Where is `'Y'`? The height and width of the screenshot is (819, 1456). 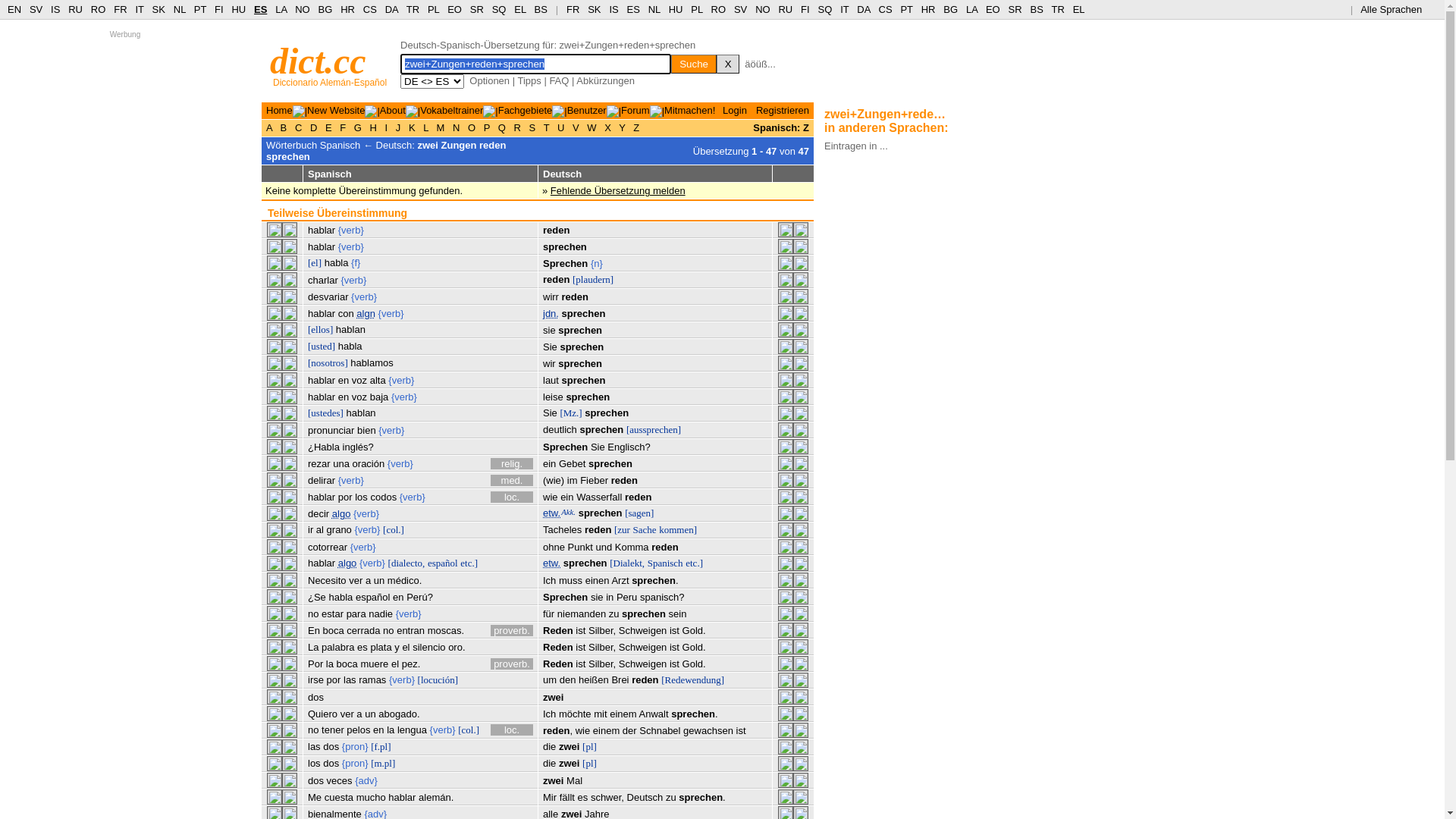
'Y' is located at coordinates (616, 127).